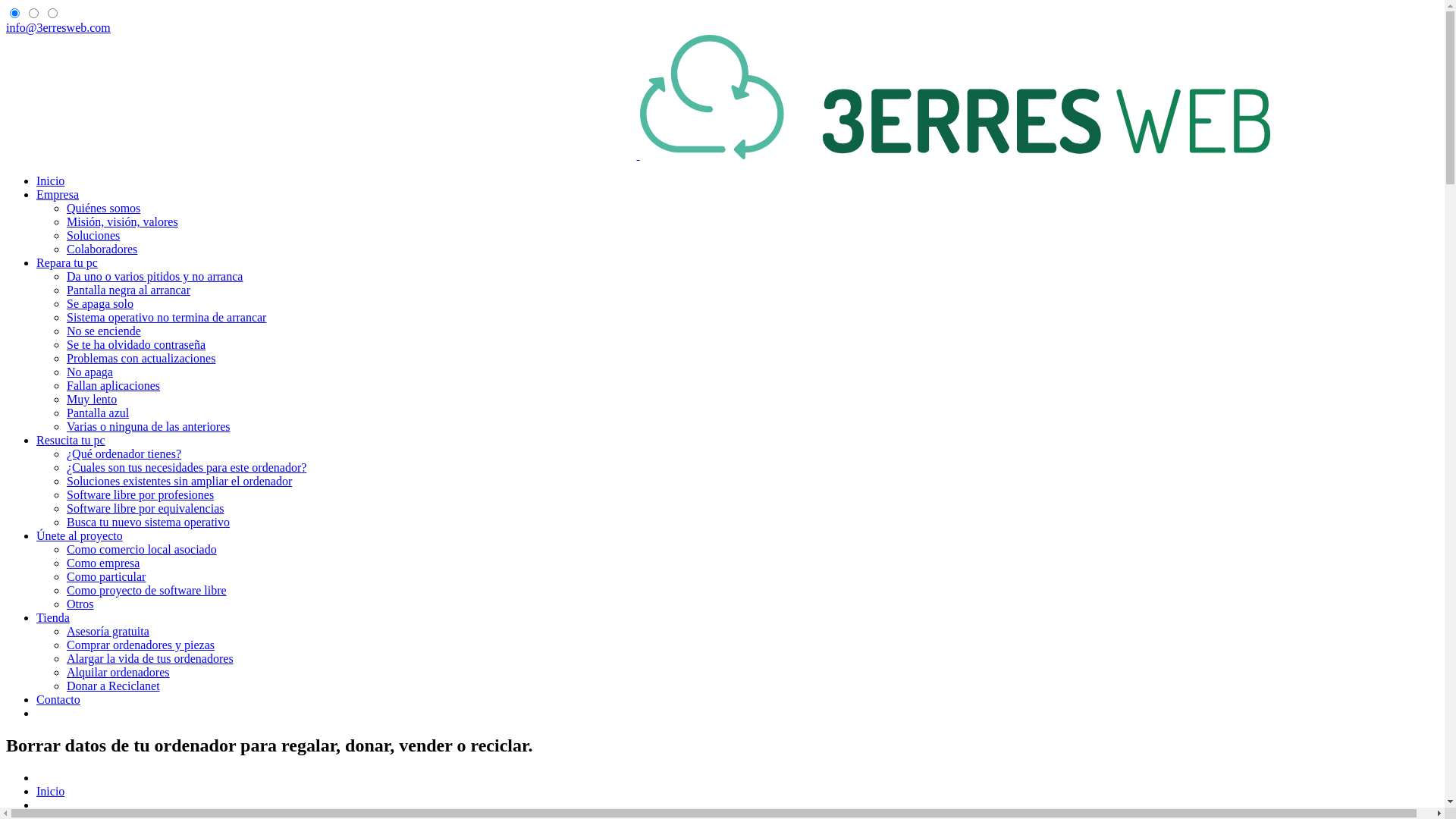 This screenshot has height=819, width=1456. What do you see at coordinates (6, 27) in the screenshot?
I see `'info@3erresweb.com'` at bounding box center [6, 27].